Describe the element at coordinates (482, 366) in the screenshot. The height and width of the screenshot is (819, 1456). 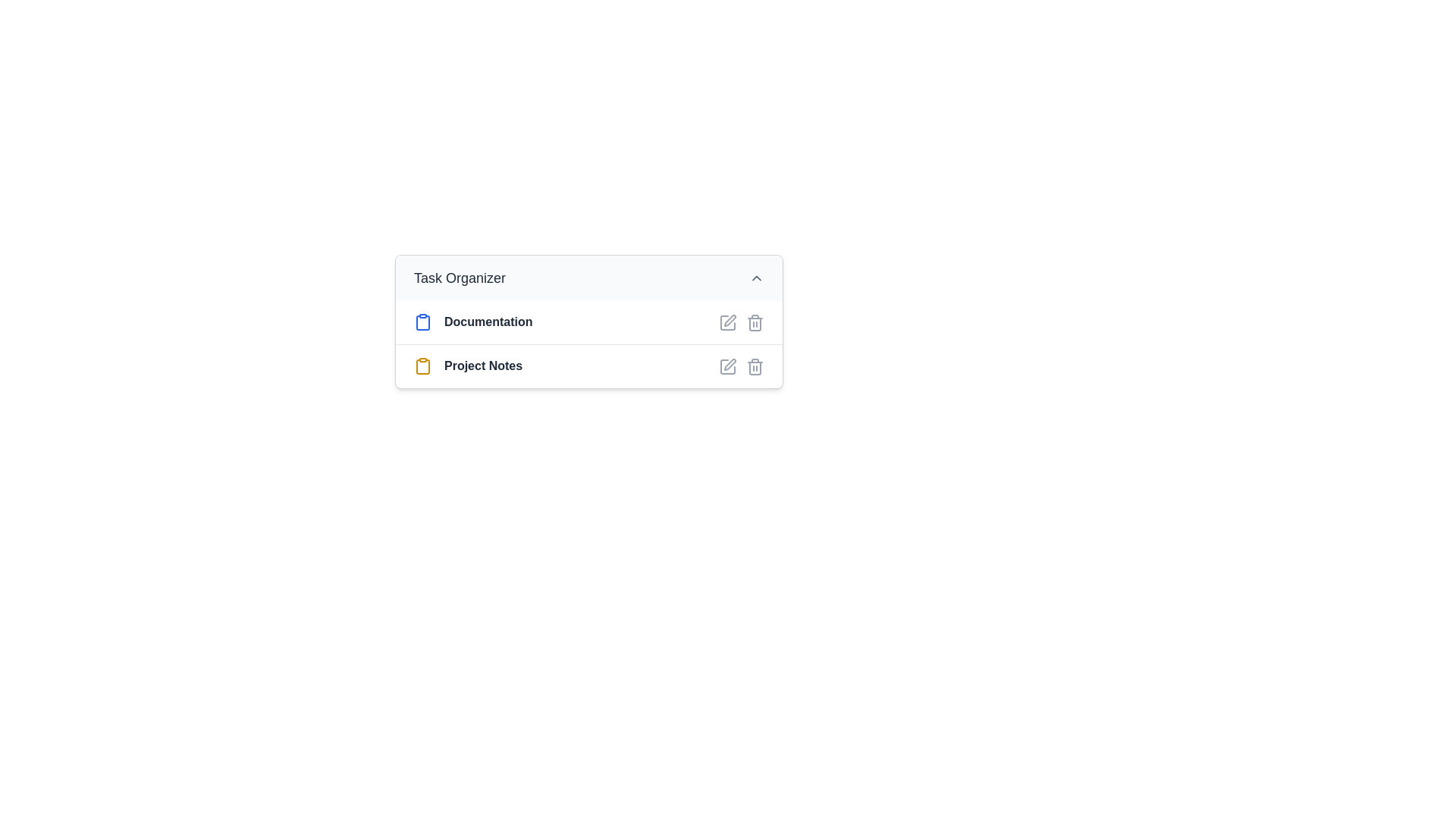
I see `the 'Project Notes' text label, which is the second item in the list under the 'Task Organizer' section` at that location.